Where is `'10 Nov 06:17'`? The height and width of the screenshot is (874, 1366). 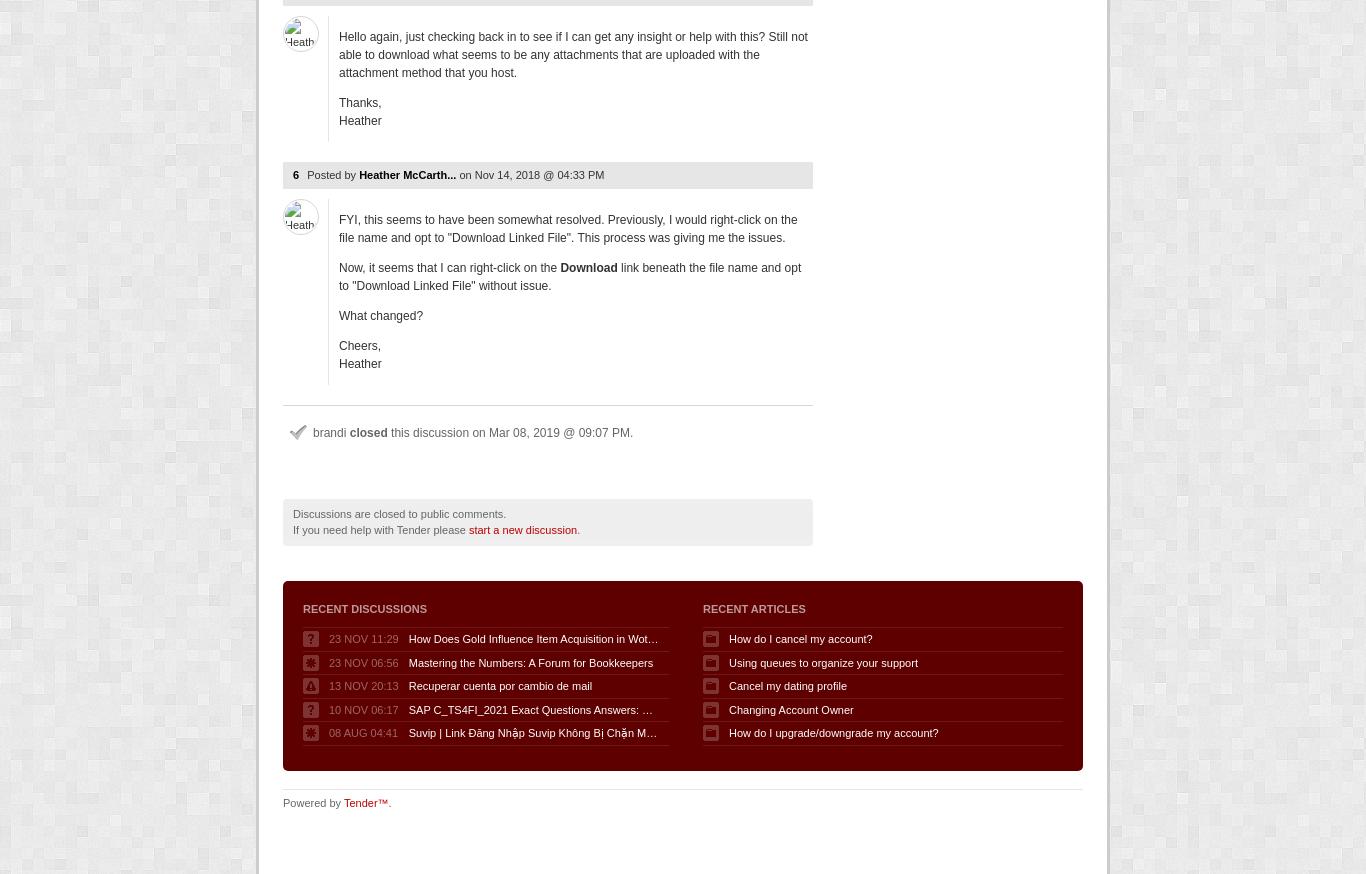 '10 Nov 06:17' is located at coordinates (362, 708).